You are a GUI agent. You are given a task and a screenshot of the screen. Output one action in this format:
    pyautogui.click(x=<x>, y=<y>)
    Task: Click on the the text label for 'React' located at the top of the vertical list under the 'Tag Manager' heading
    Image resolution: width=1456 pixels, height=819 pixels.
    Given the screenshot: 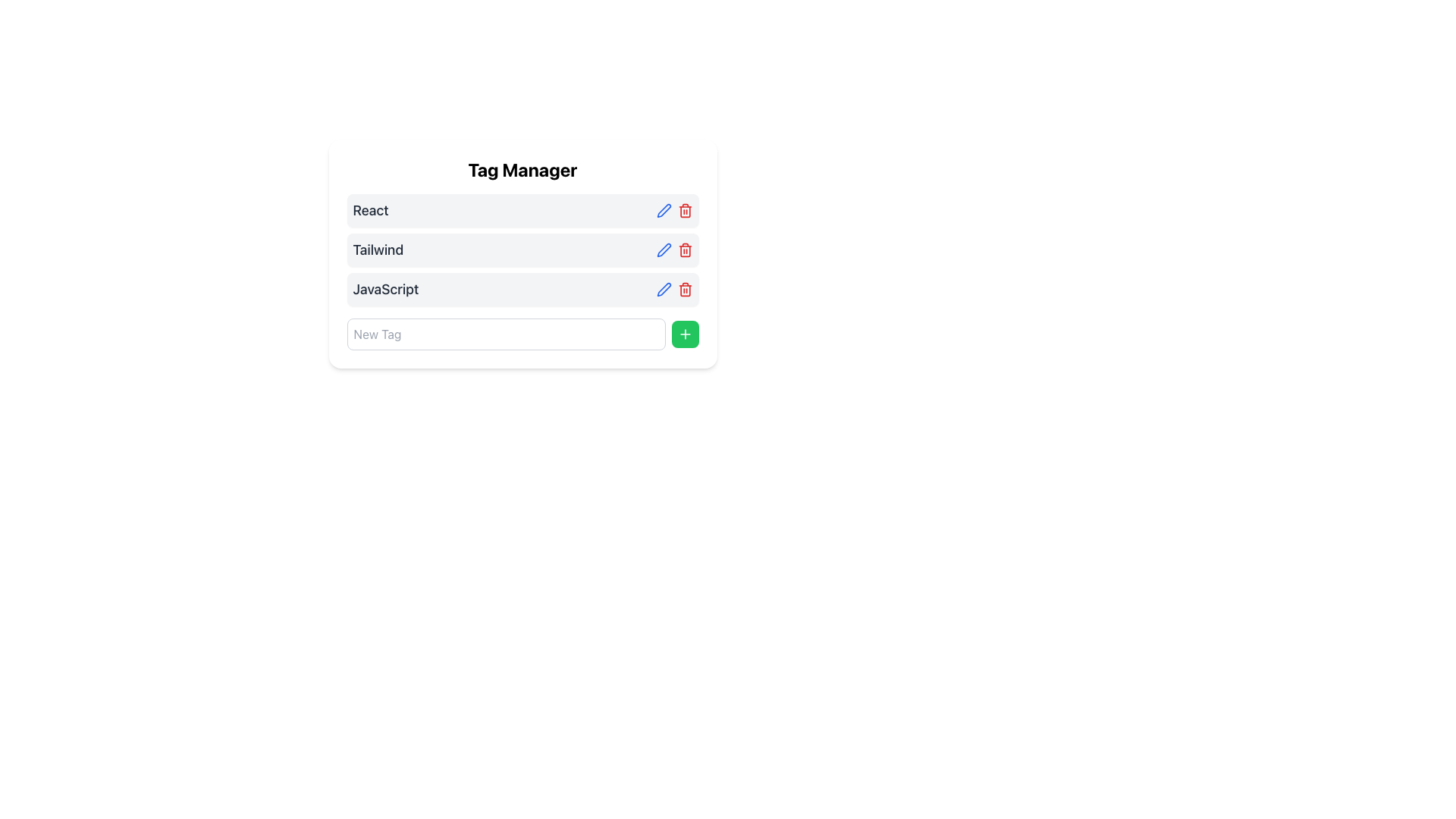 What is the action you would take?
    pyautogui.click(x=371, y=210)
    